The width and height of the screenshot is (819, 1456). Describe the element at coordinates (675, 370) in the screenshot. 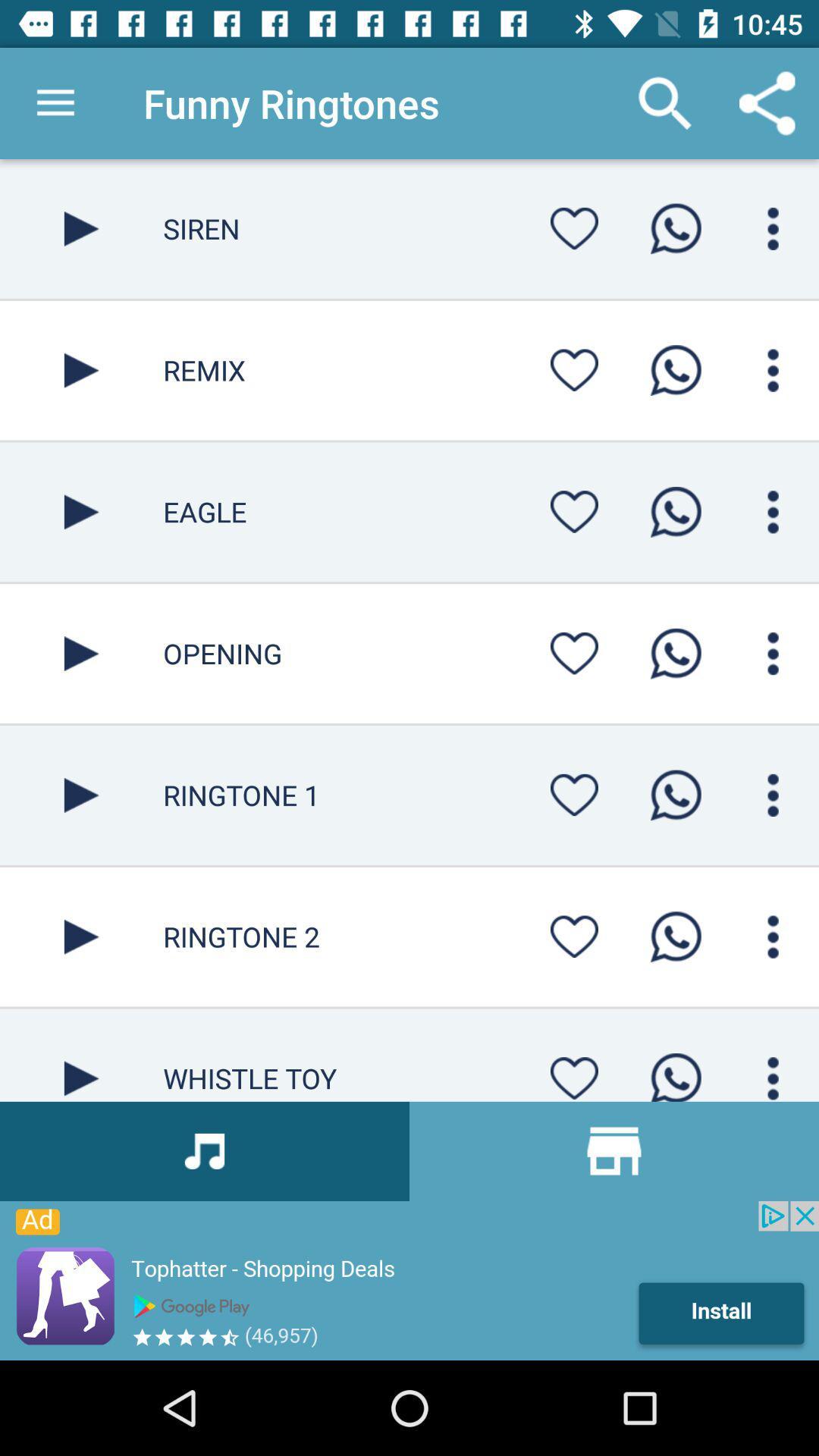

I see `initiate phone call` at that location.